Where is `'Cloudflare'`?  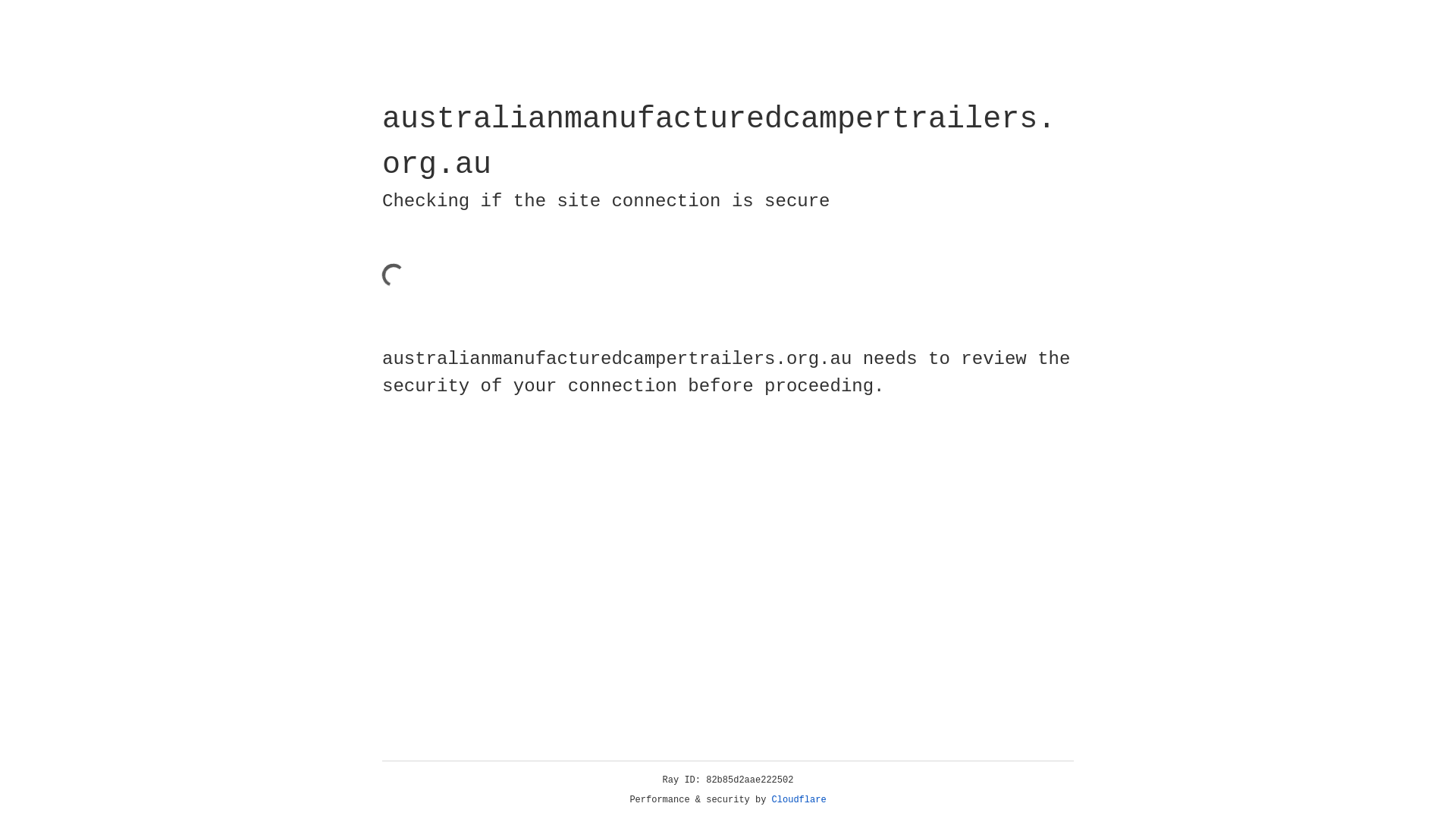 'Cloudflare' is located at coordinates (799, 799).